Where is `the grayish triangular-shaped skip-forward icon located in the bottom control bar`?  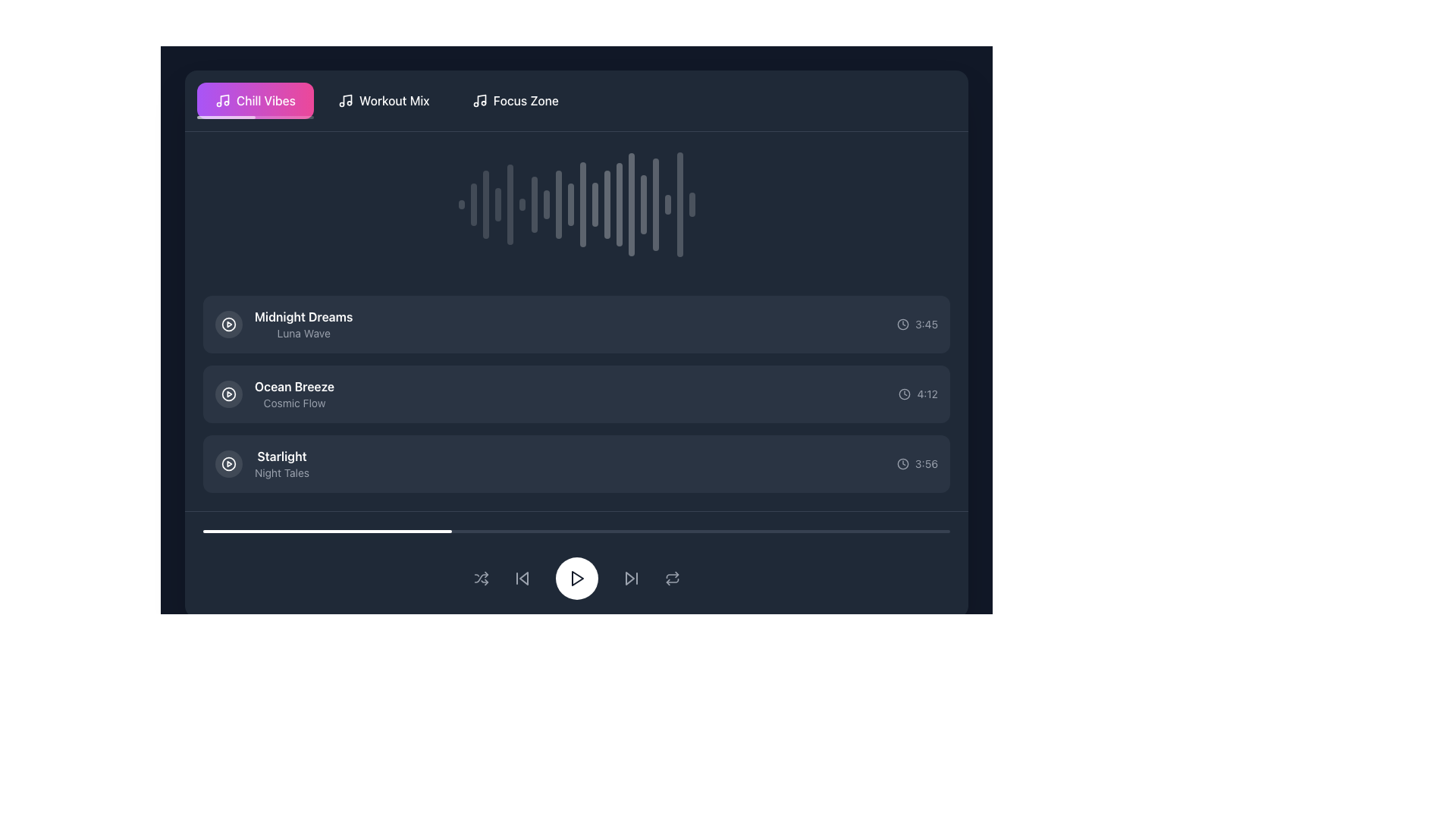 the grayish triangular-shaped skip-forward icon located in the bottom control bar is located at coordinates (629, 579).